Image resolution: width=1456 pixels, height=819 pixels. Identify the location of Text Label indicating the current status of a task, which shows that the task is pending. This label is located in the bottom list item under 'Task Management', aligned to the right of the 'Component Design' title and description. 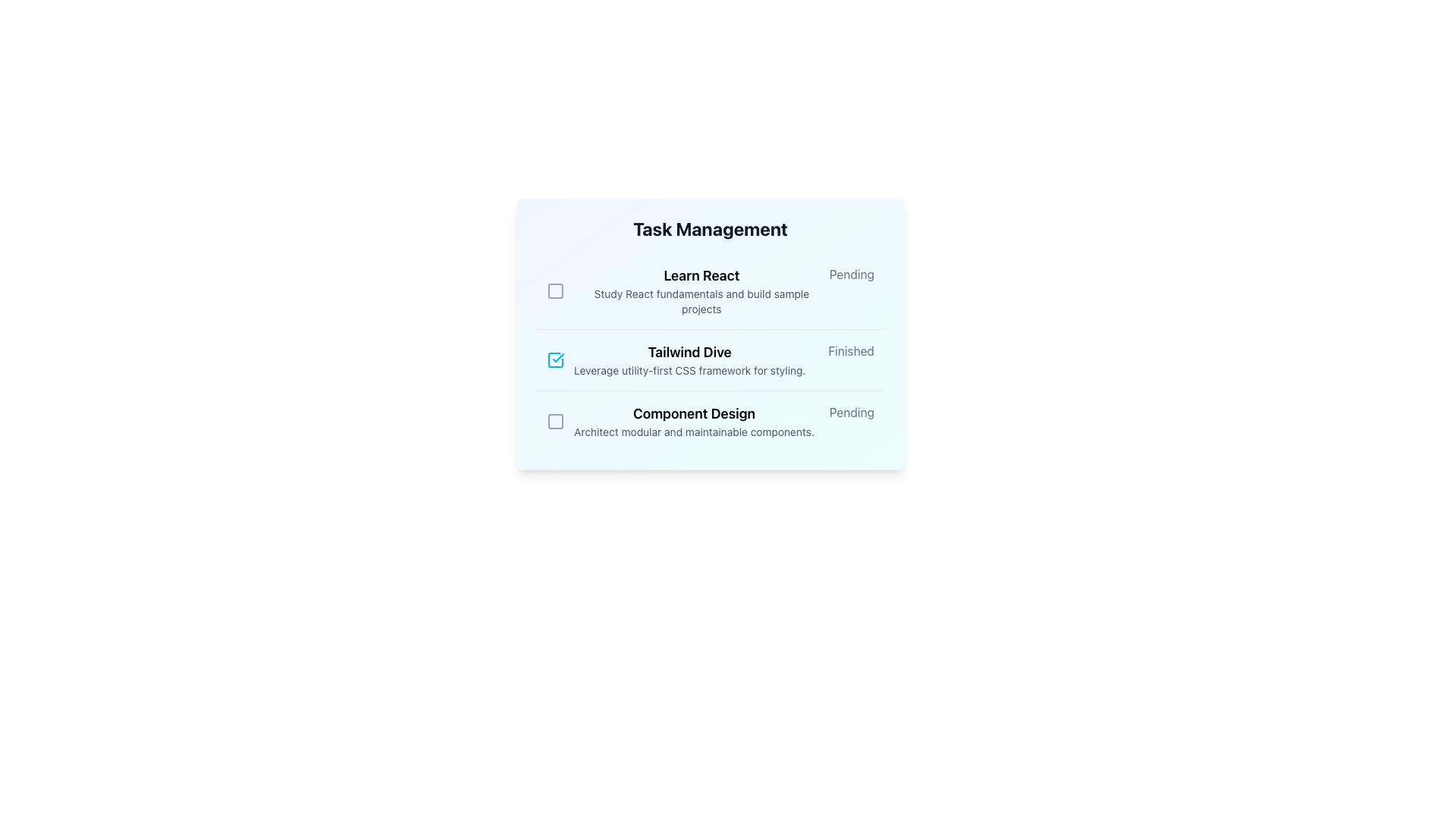
(852, 412).